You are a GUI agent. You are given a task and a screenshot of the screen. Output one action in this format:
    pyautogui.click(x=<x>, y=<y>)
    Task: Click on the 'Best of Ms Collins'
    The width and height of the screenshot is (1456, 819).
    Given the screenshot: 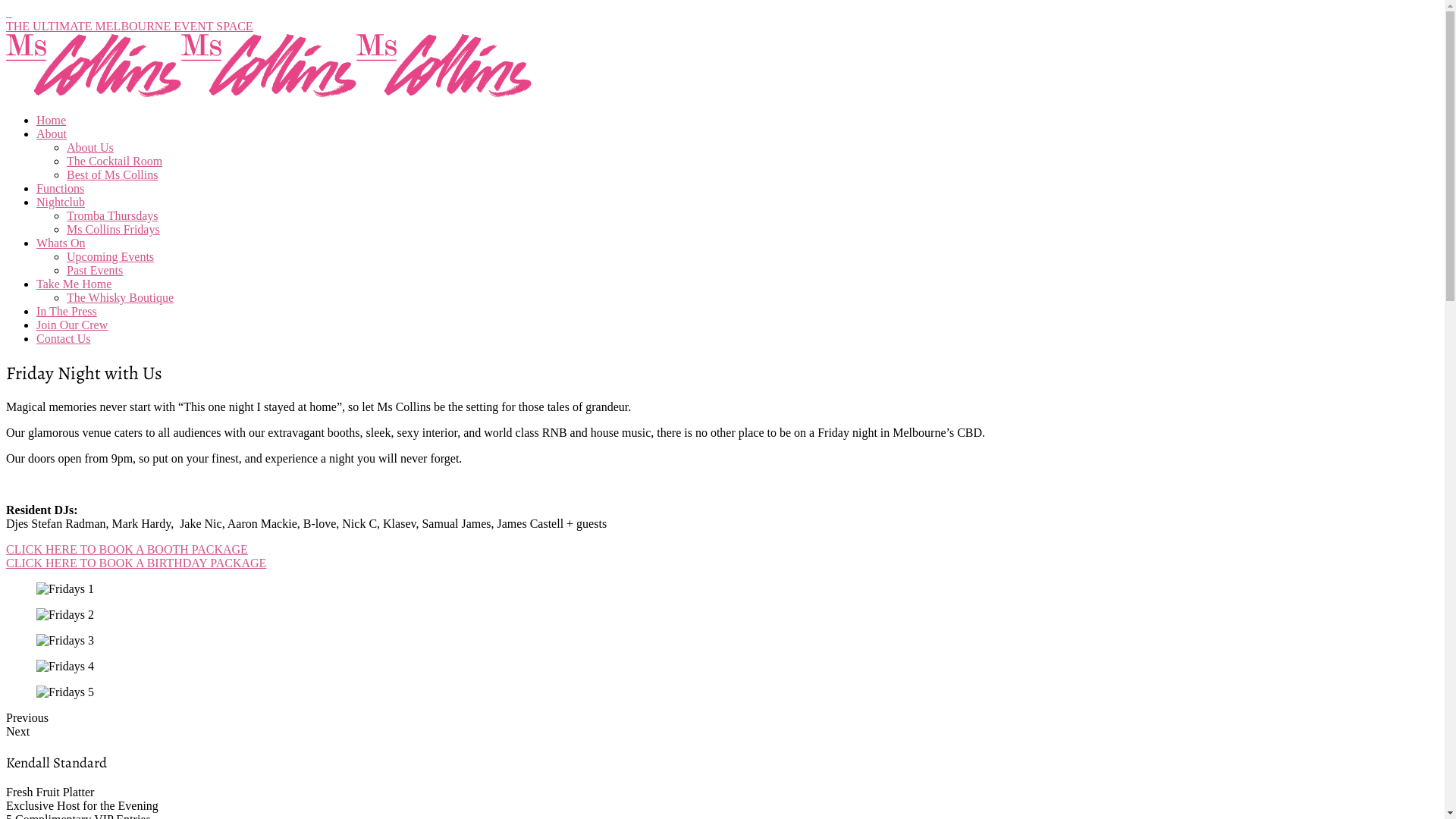 What is the action you would take?
    pyautogui.click(x=65, y=174)
    